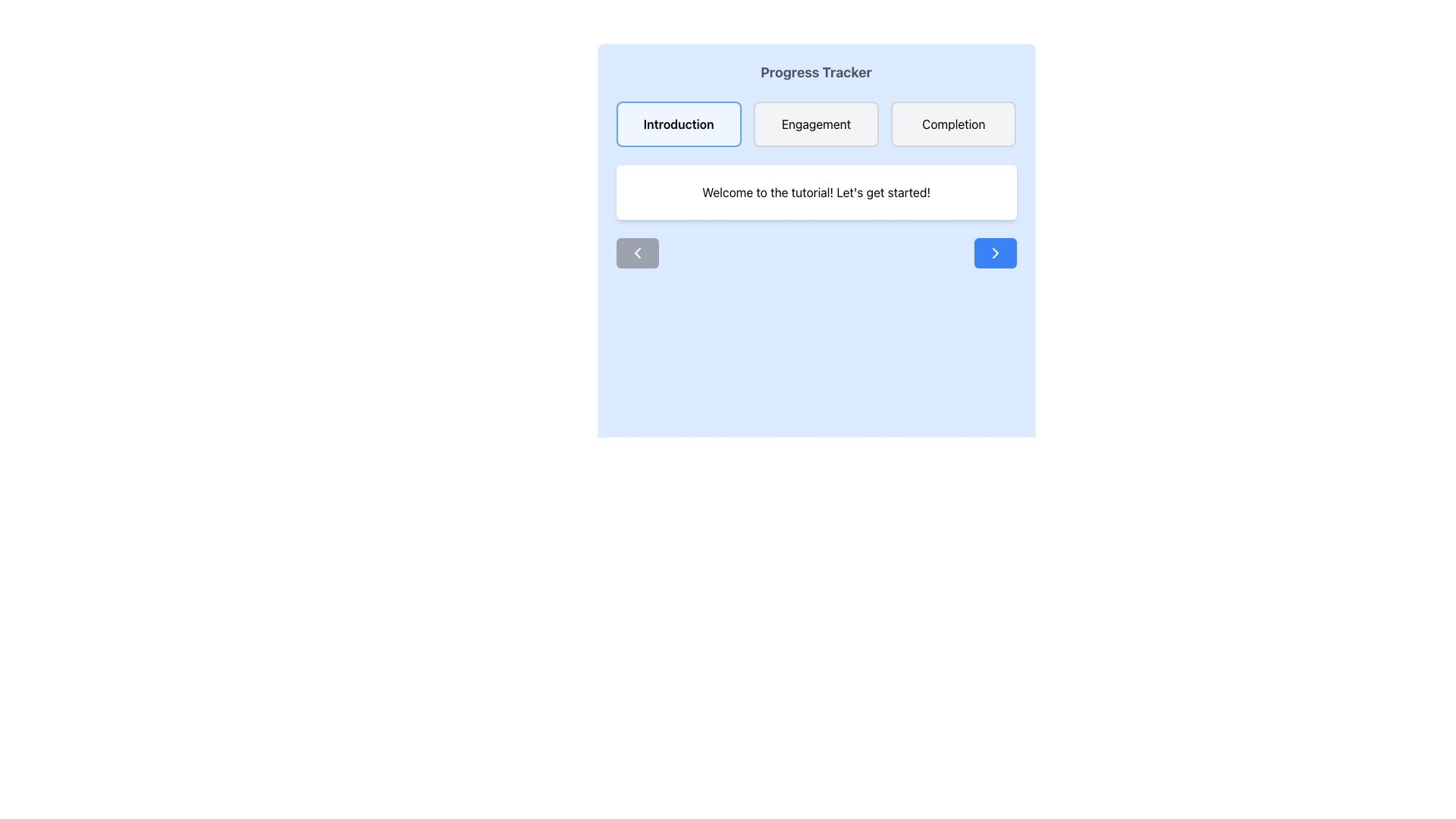  Describe the element at coordinates (637, 253) in the screenshot. I see `the left navigation button located below the introductory message 'Welcome to the tutorial! Let’s get started!'` at that location.